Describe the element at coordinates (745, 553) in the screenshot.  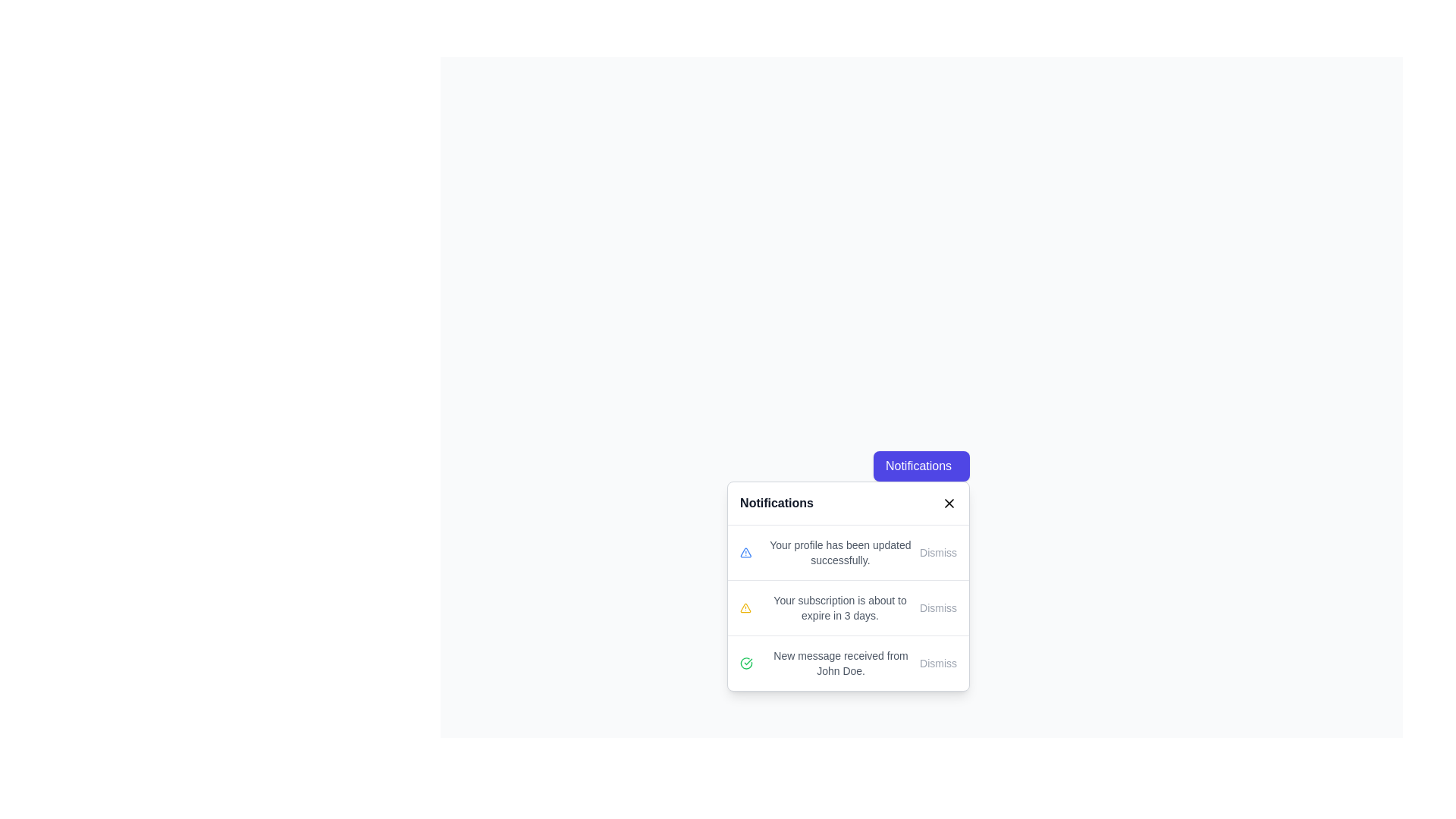
I see `the triangle alert icon, which is styled as a warning symbol with a blue stroke color, located next to the text about subscription expiration in the notification list` at that location.